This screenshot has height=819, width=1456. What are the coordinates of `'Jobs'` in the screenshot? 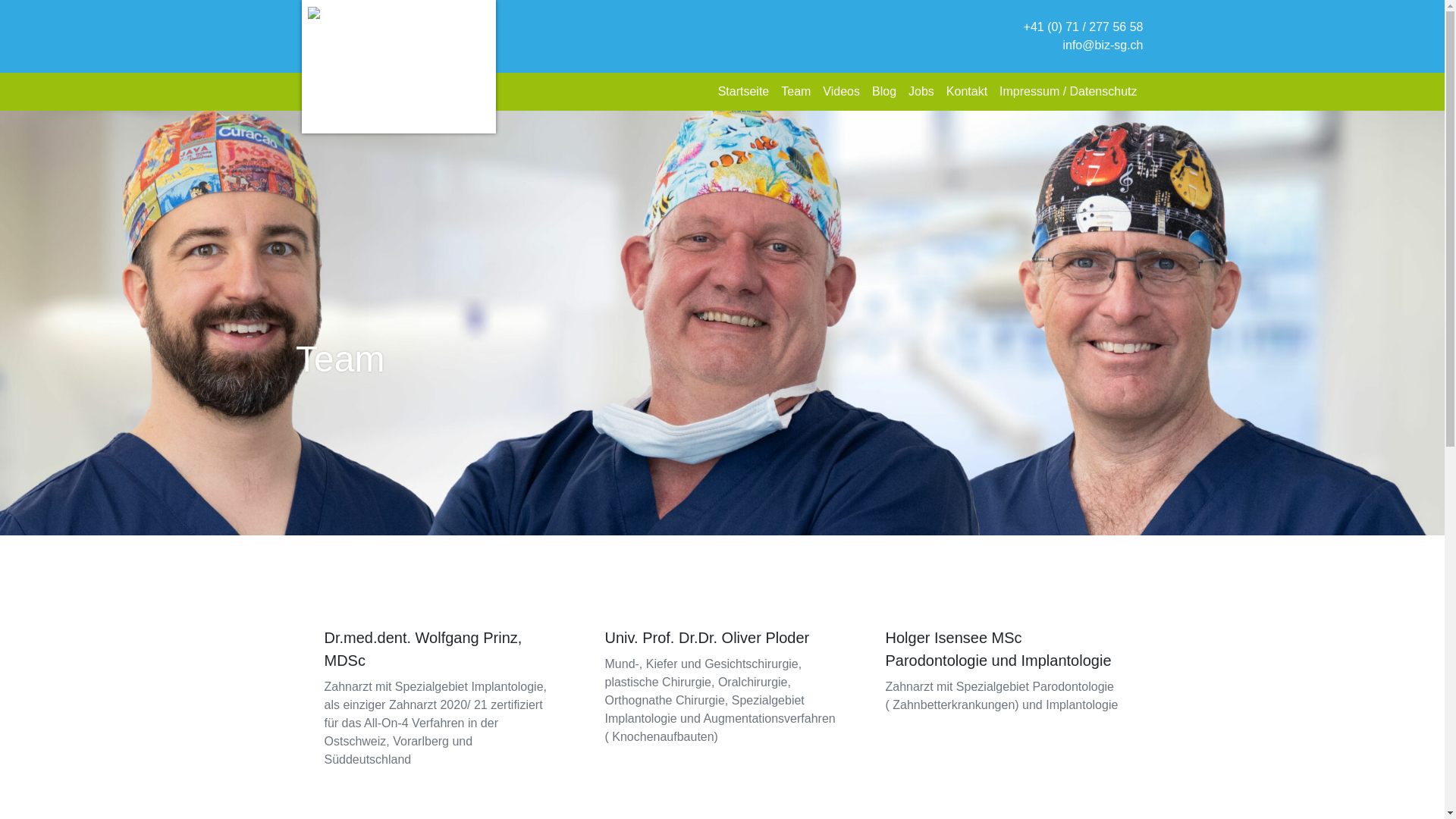 It's located at (920, 91).